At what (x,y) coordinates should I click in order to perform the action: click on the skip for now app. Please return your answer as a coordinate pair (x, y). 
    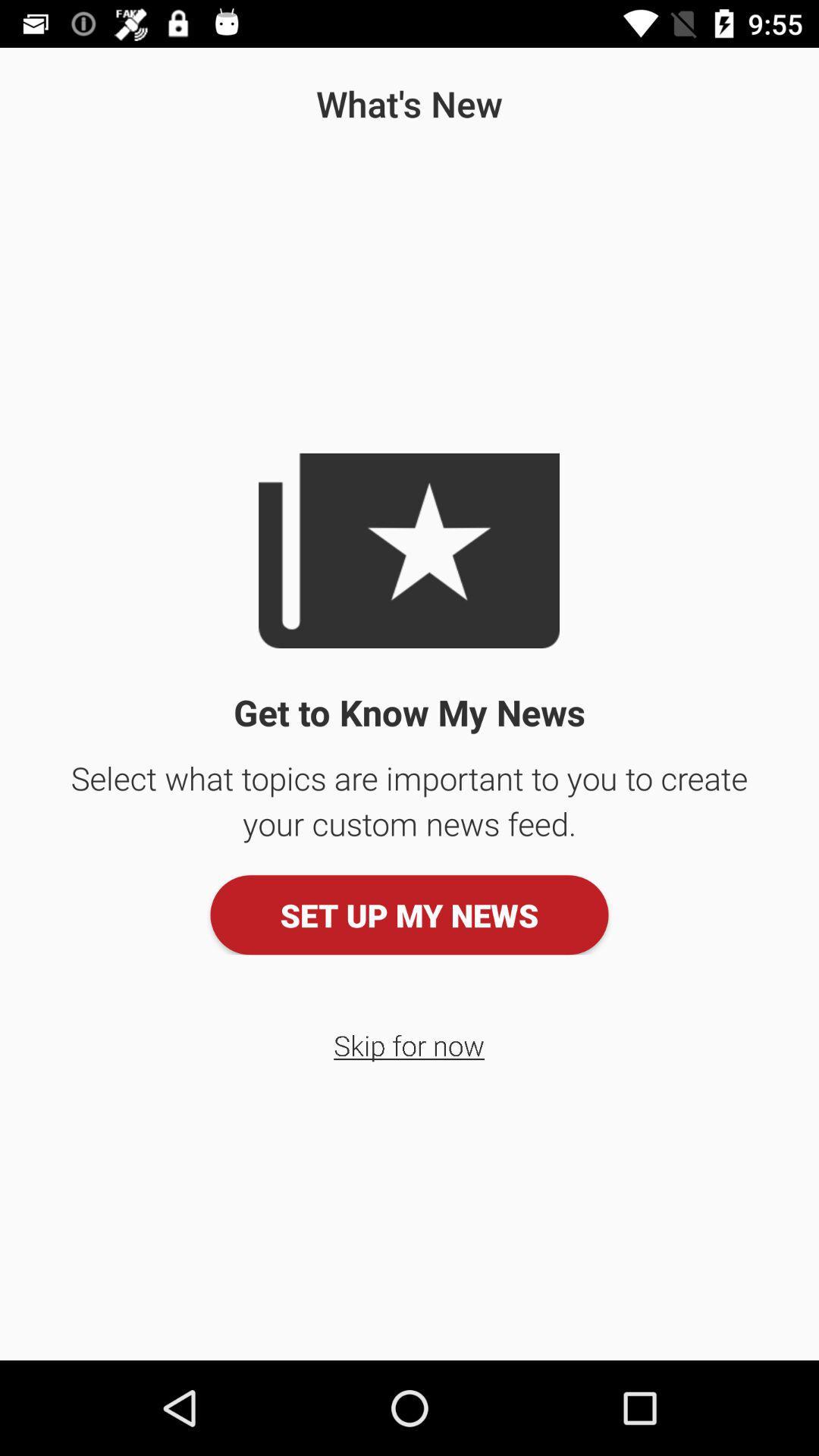
    Looking at the image, I should click on (408, 1044).